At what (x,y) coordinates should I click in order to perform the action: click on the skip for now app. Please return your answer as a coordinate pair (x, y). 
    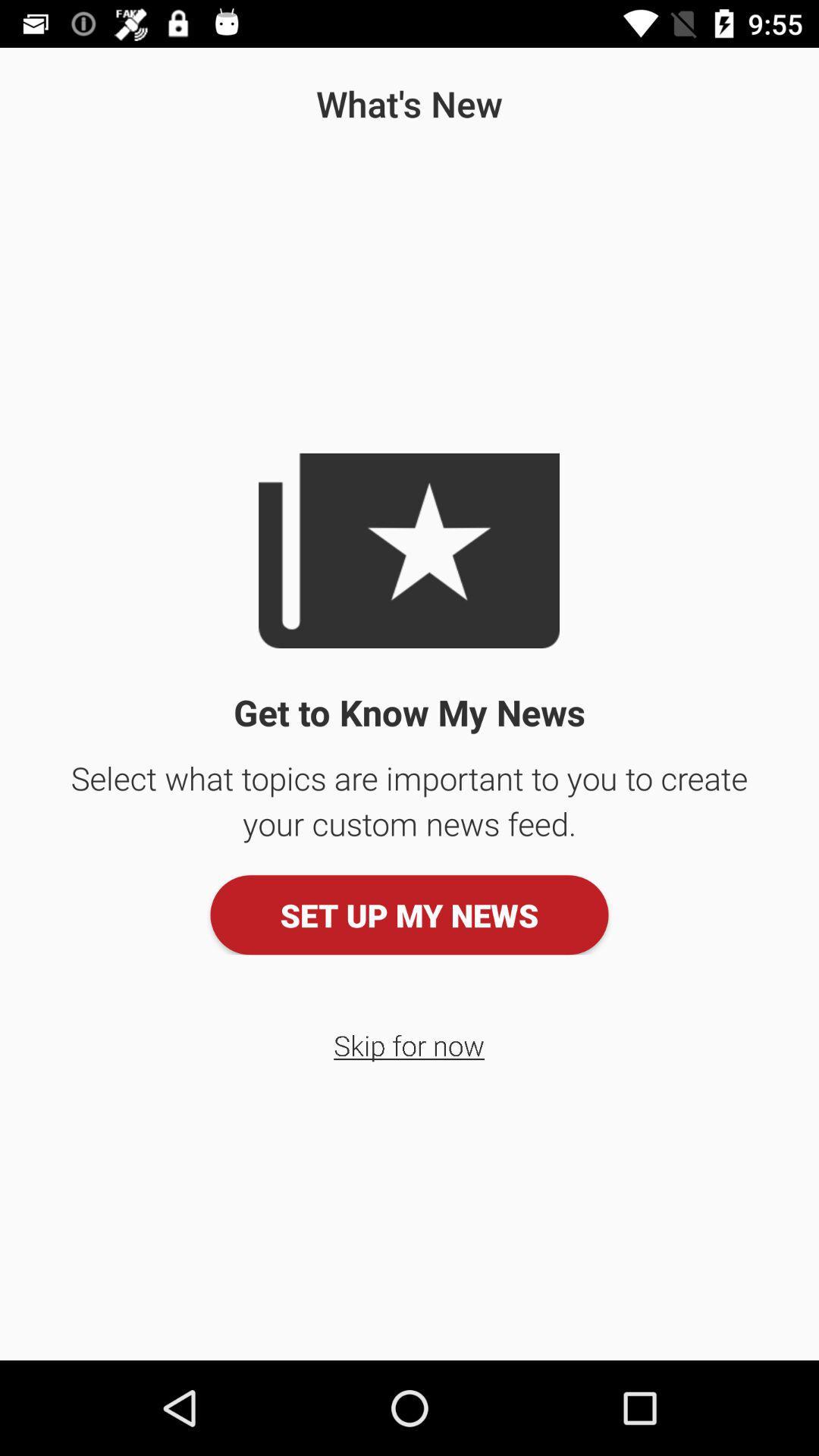
    Looking at the image, I should click on (408, 1044).